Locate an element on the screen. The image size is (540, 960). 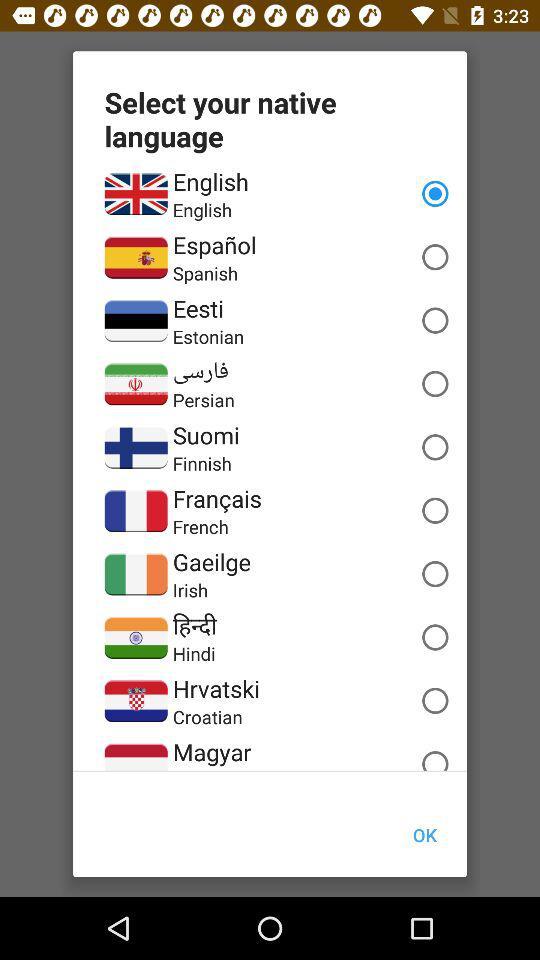
estonian icon is located at coordinates (207, 336).